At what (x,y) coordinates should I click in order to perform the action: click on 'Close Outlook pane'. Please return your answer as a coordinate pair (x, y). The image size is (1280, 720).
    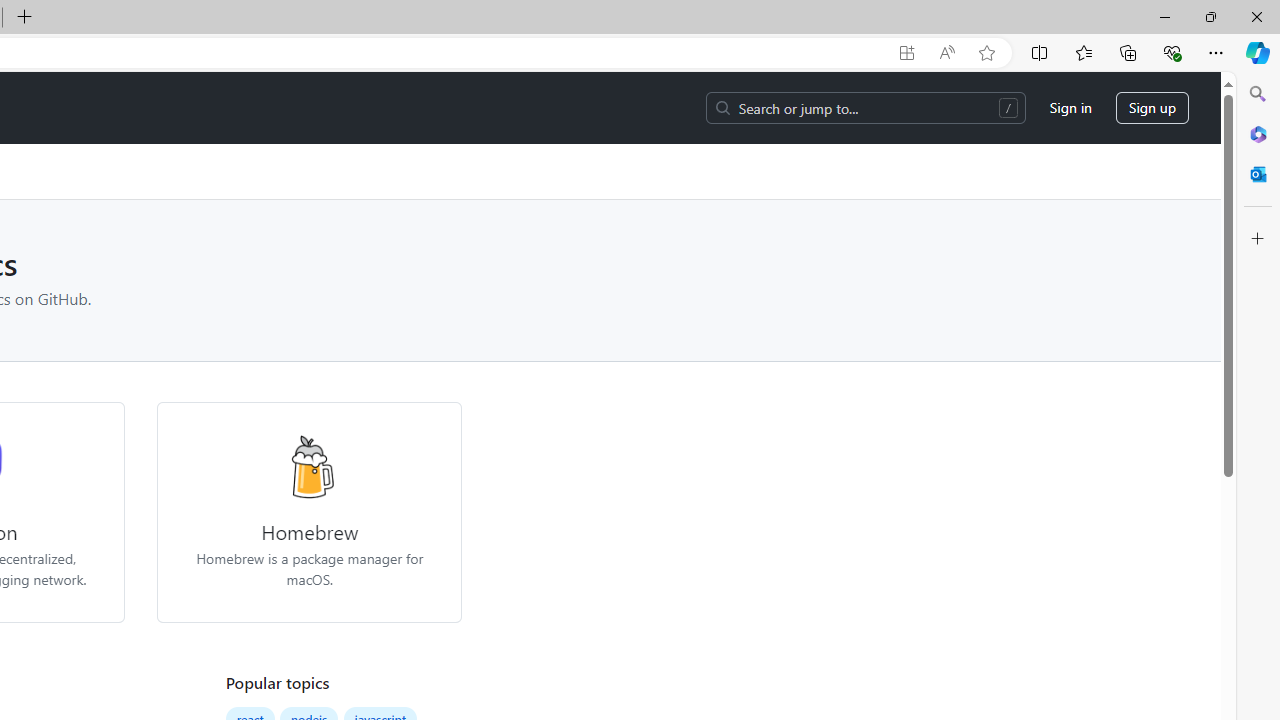
    Looking at the image, I should click on (1257, 173).